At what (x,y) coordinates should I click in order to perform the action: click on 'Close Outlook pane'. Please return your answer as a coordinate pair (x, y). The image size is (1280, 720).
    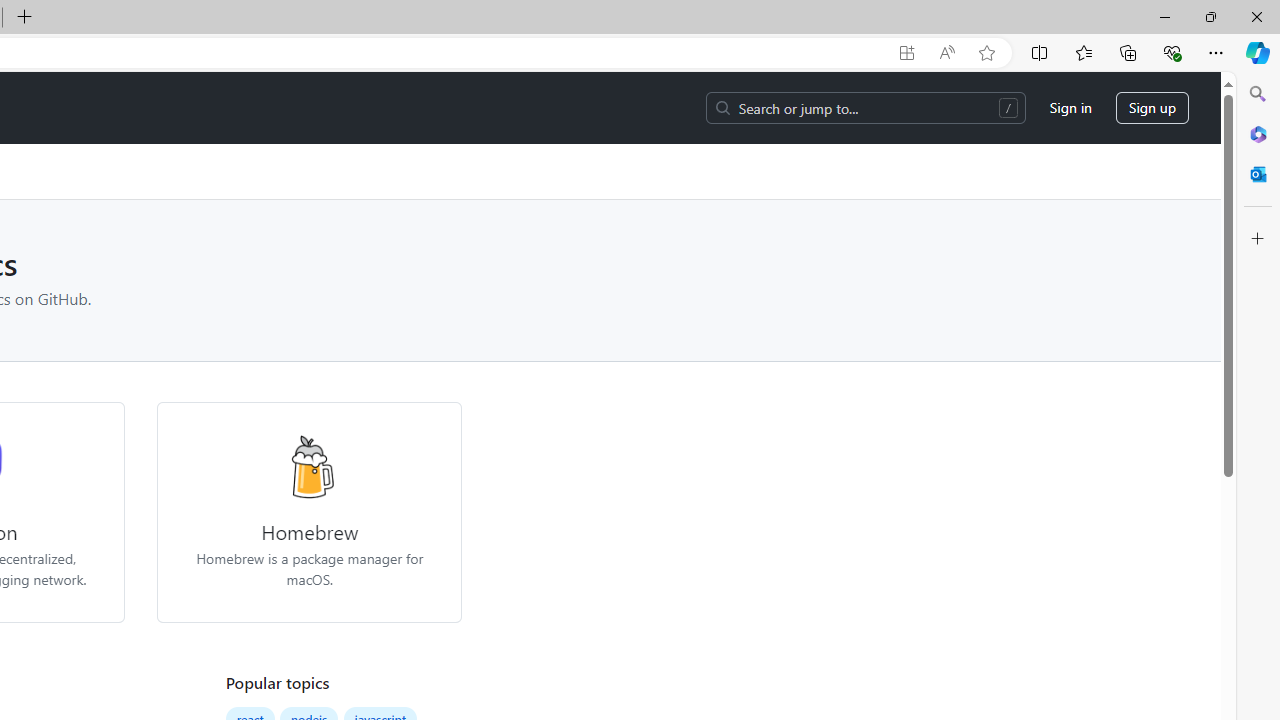
    Looking at the image, I should click on (1257, 173).